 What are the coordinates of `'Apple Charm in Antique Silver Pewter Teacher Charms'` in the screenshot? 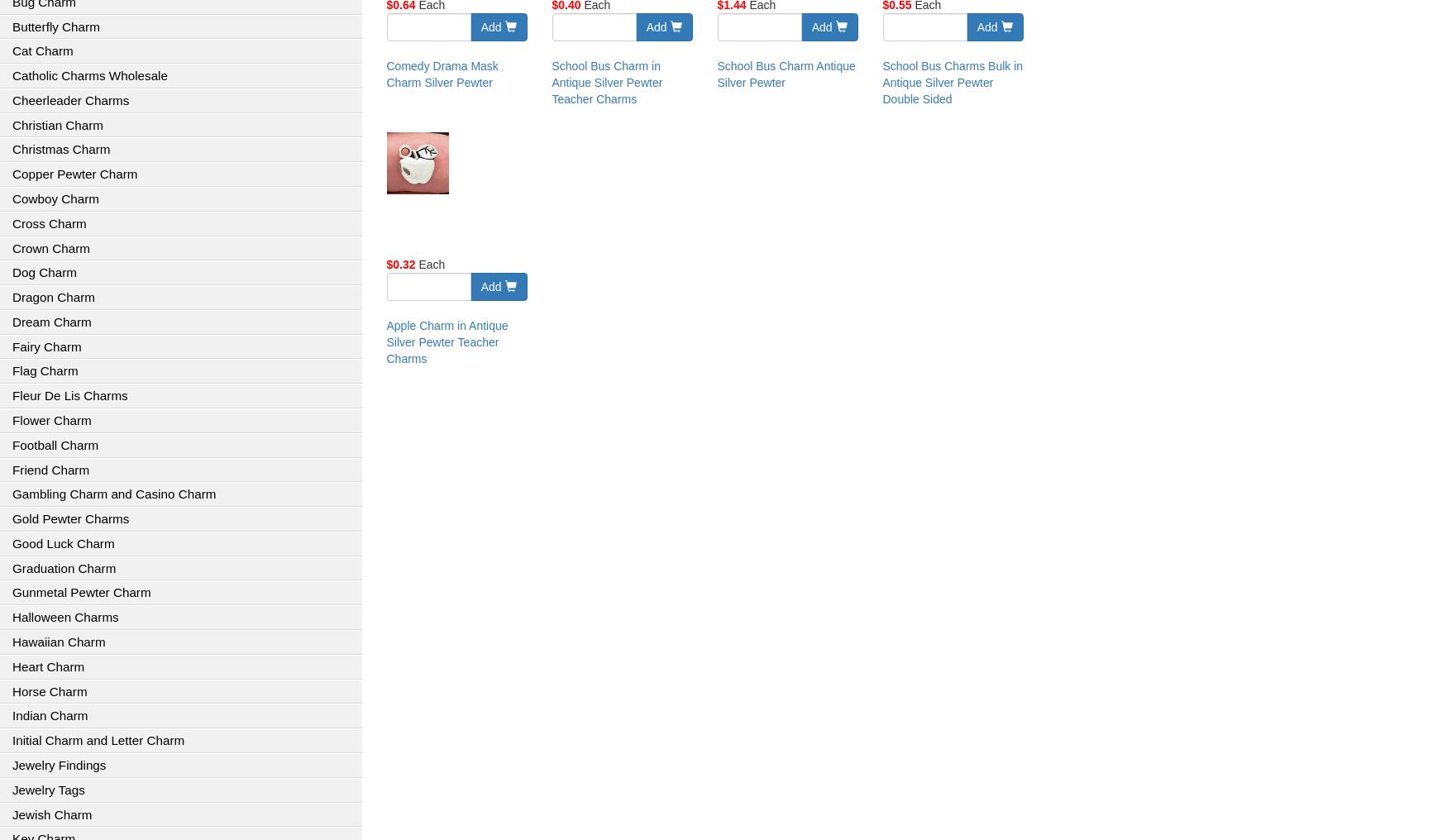 It's located at (446, 341).